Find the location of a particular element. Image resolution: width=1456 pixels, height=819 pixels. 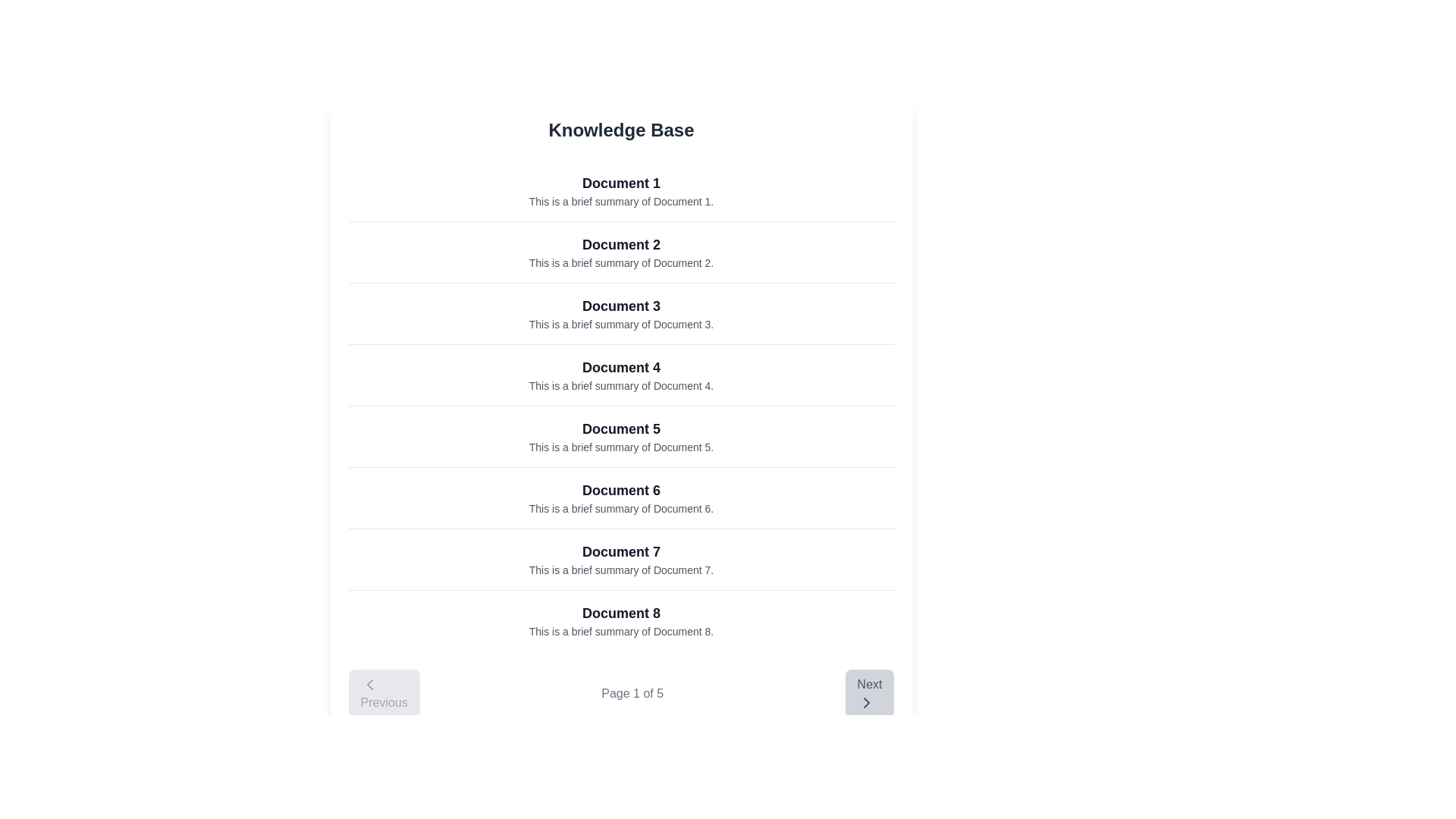

the text label displaying 'This is a brief summary of Document 5.' located below the title 'Document 5' in the 'Knowledge Base' content list is located at coordinates (621, 447).